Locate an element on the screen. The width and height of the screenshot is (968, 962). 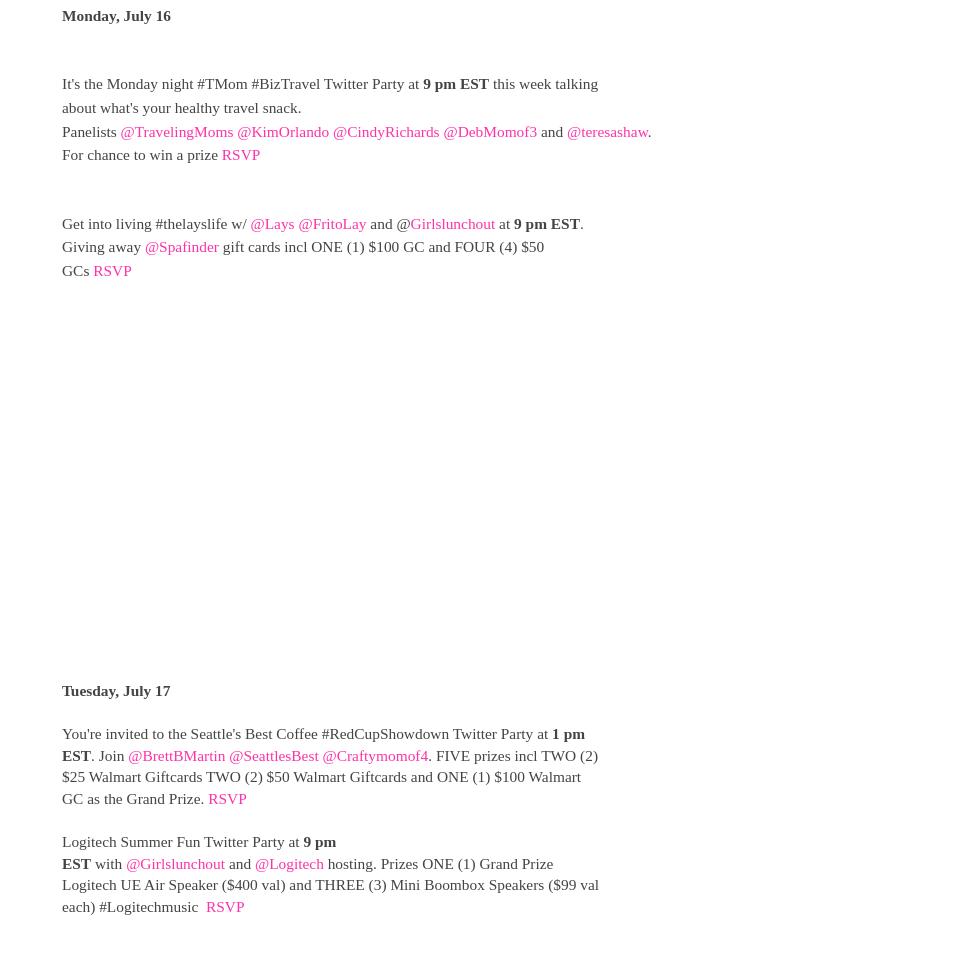
'@TravelingMoms' is located at coordinates (120, 129).